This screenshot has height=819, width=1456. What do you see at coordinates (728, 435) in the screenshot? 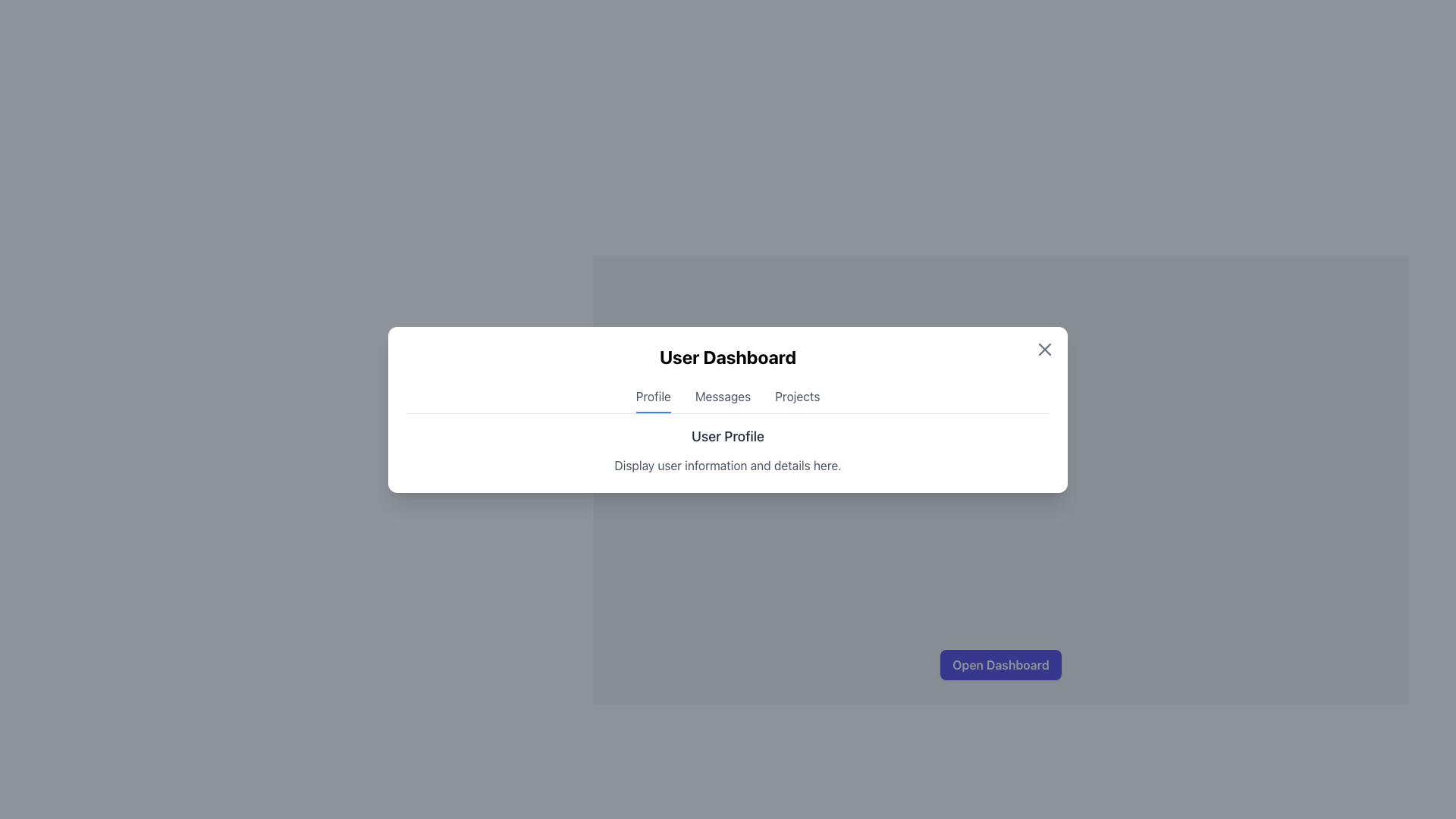
I see `the 'User Profile' text label, which is a bold and larger gray font displayed in the center of a modal dialog box` at bounding box center [728, 435].